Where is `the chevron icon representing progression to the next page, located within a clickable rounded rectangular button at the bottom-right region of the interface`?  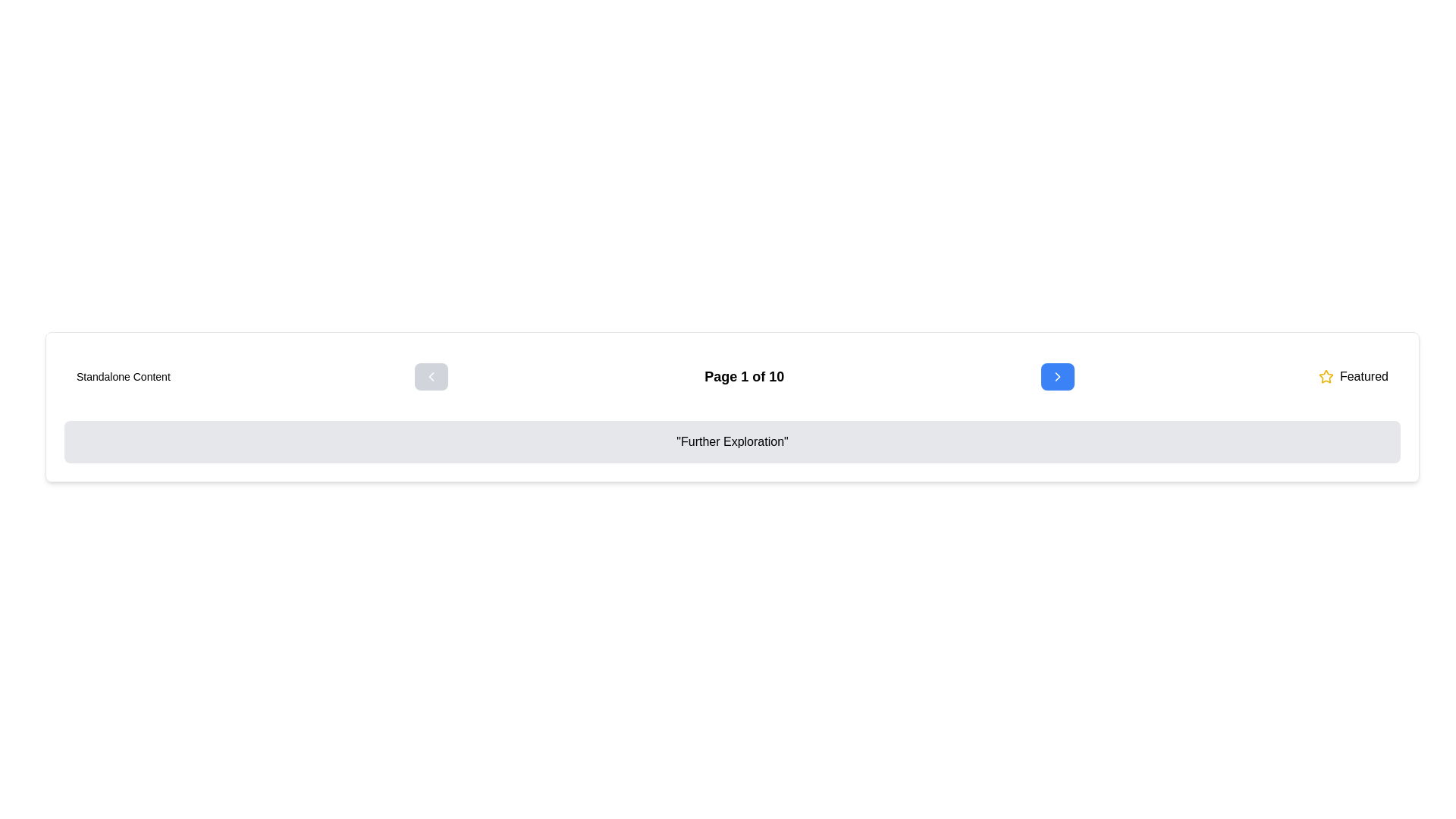 the chevron icon representing progression to the next page, located within a clickable rounded rectangular button at the bottom-right region of the interface is located at coordinates (1056, 376).